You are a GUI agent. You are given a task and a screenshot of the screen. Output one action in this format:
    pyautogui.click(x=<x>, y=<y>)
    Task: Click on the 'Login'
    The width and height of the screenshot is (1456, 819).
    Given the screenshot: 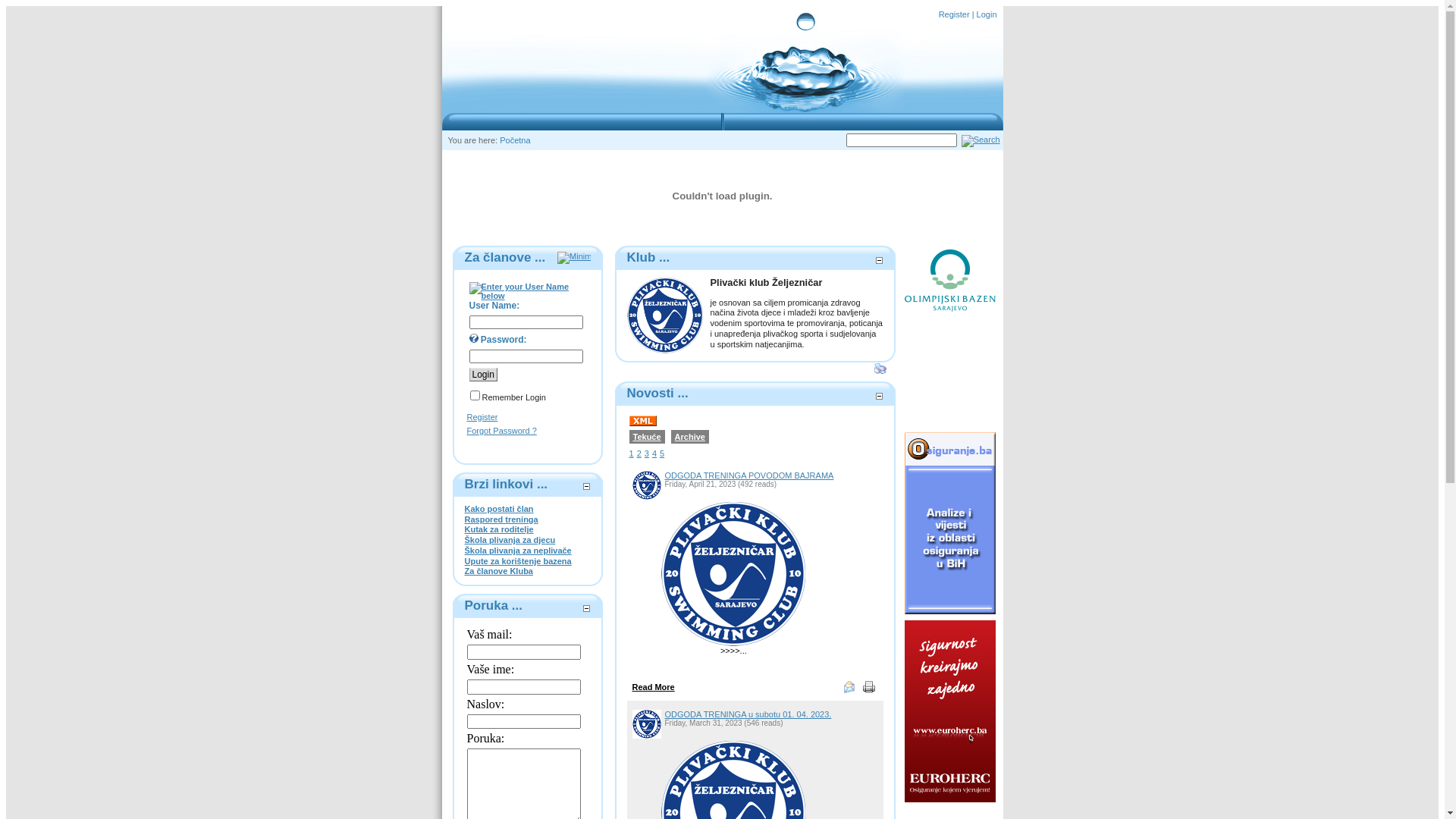 What is the action you would take?
    pyautogui.click(x=987, y=14)
    